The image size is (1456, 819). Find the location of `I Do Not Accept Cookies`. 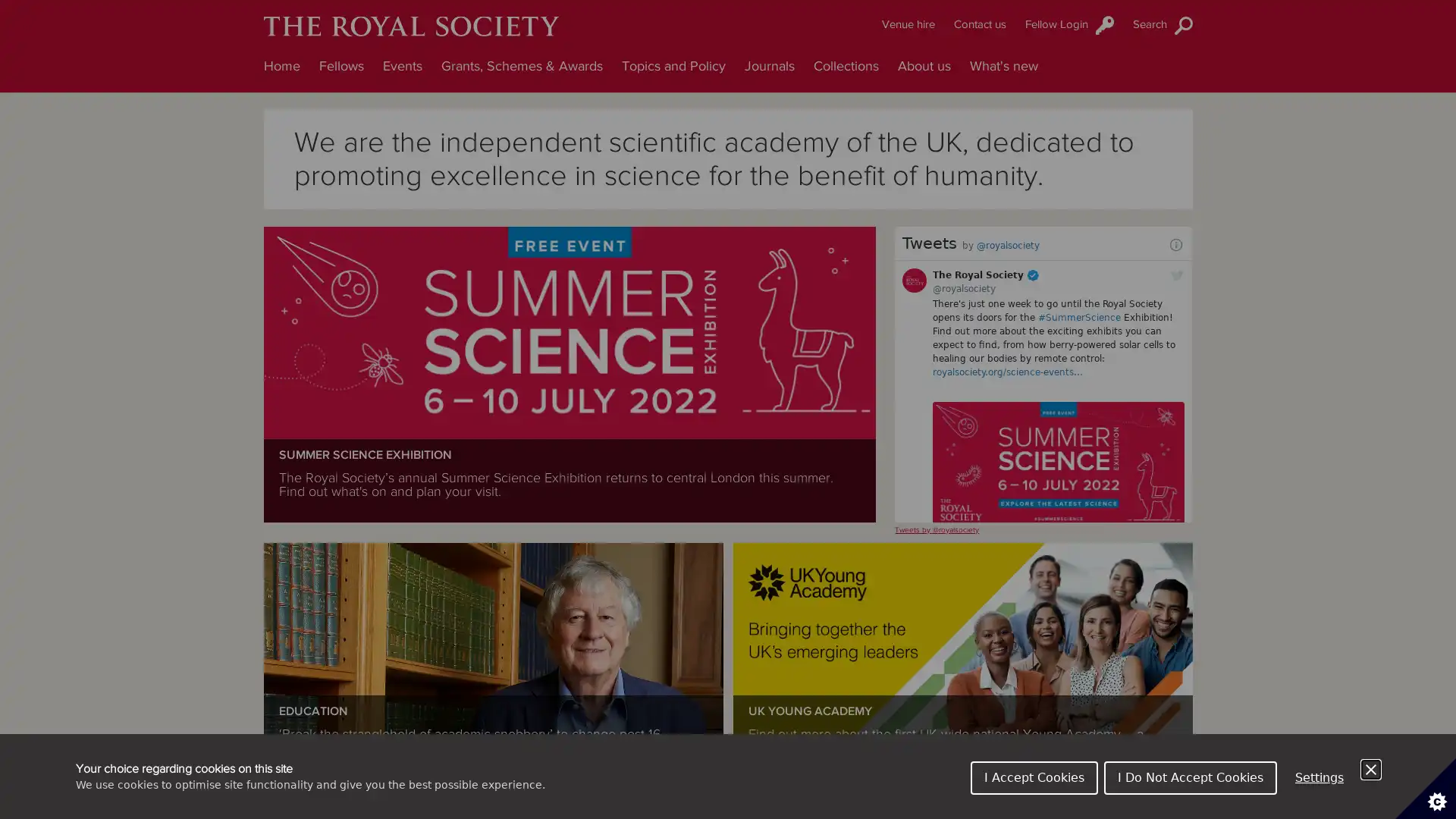

I Do Not Accept Cookies is located at coordinates (1189, 778).